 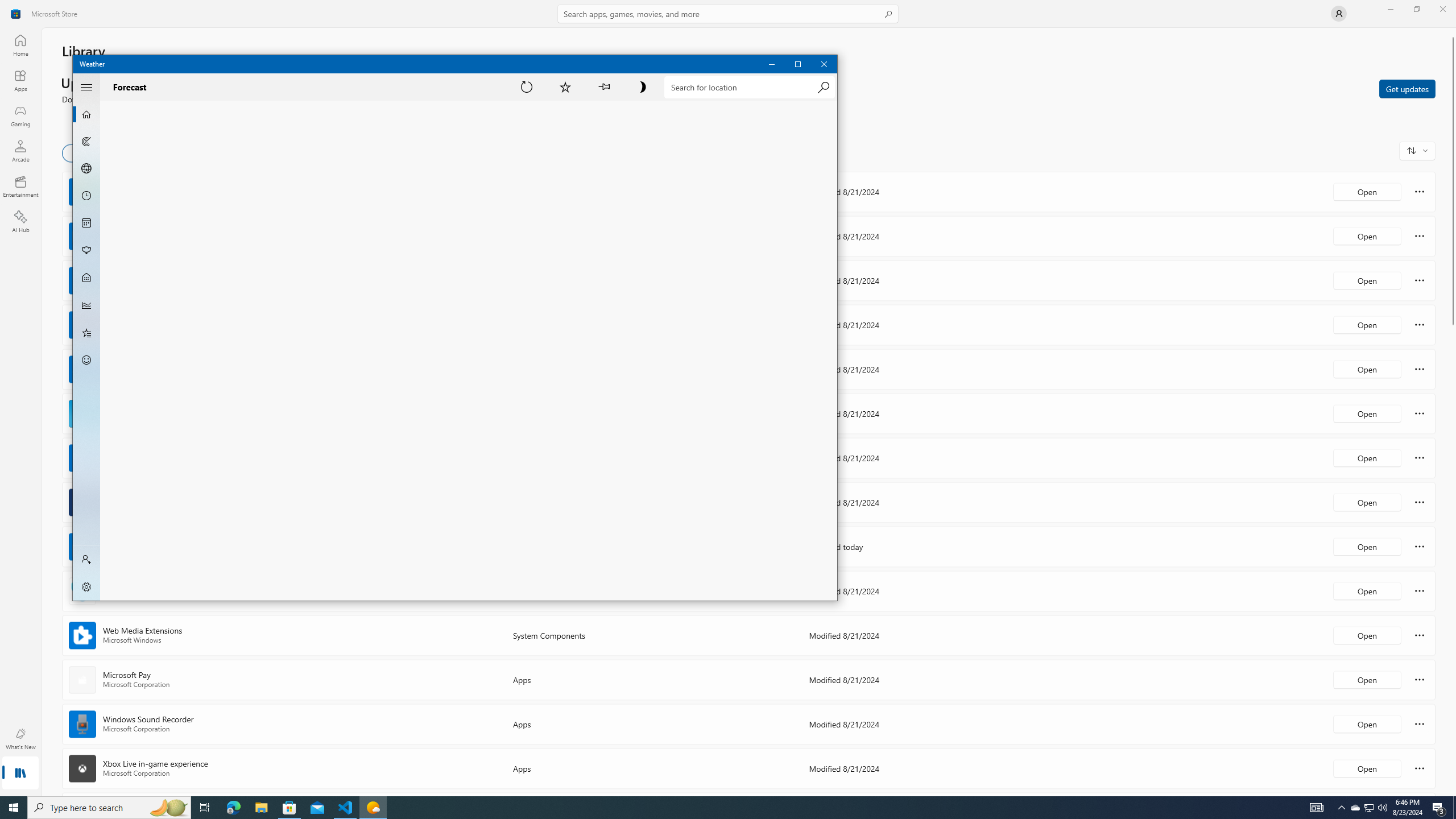 What do you see at coordinates (1451, 792) in the screenshot?
I see `'Vertical Small Increase'` at bounding box center [1451, 792].